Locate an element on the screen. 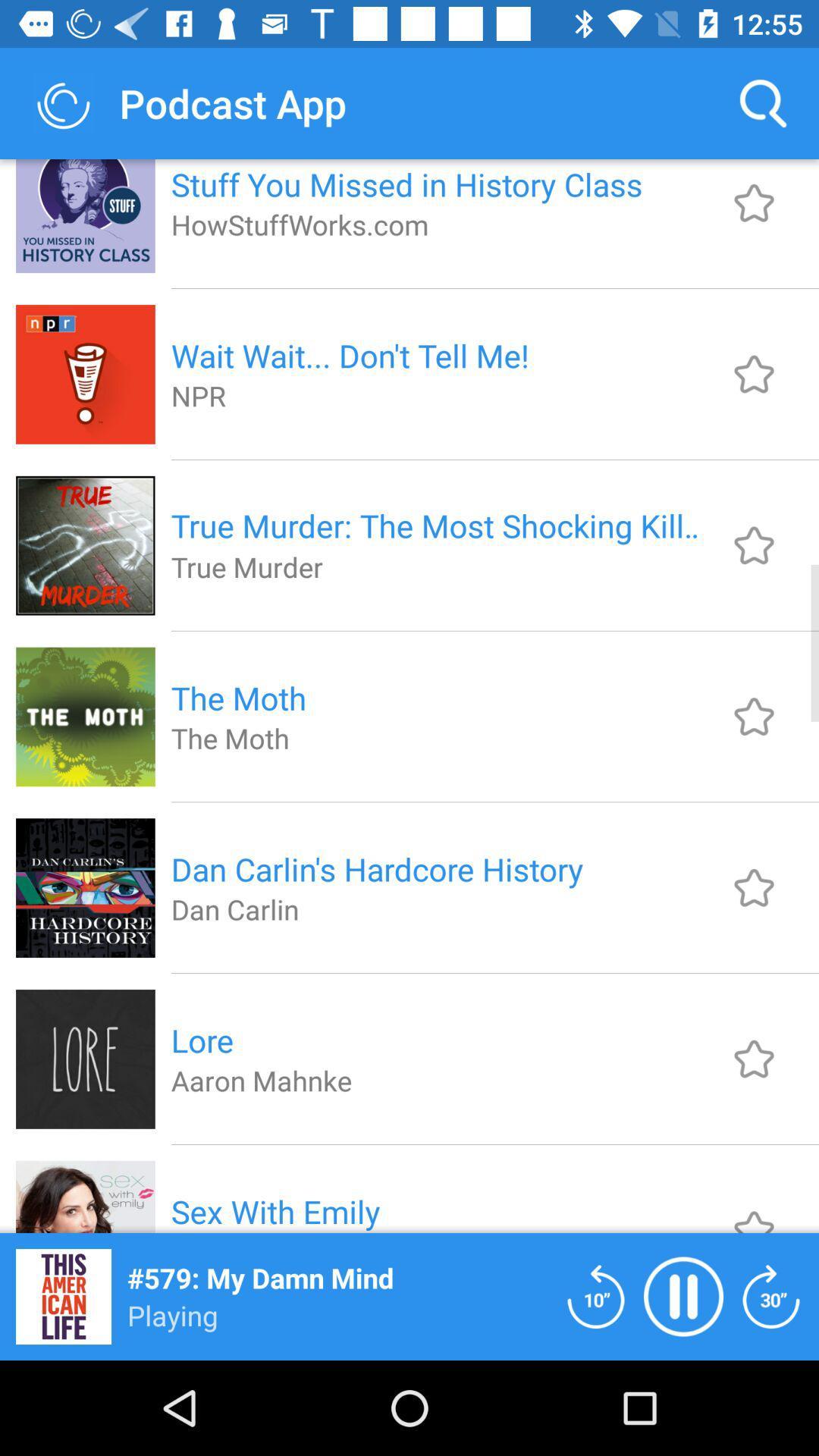 This screenshot has height=1456, width=819. favourite option is located at coordinates (754, 887).